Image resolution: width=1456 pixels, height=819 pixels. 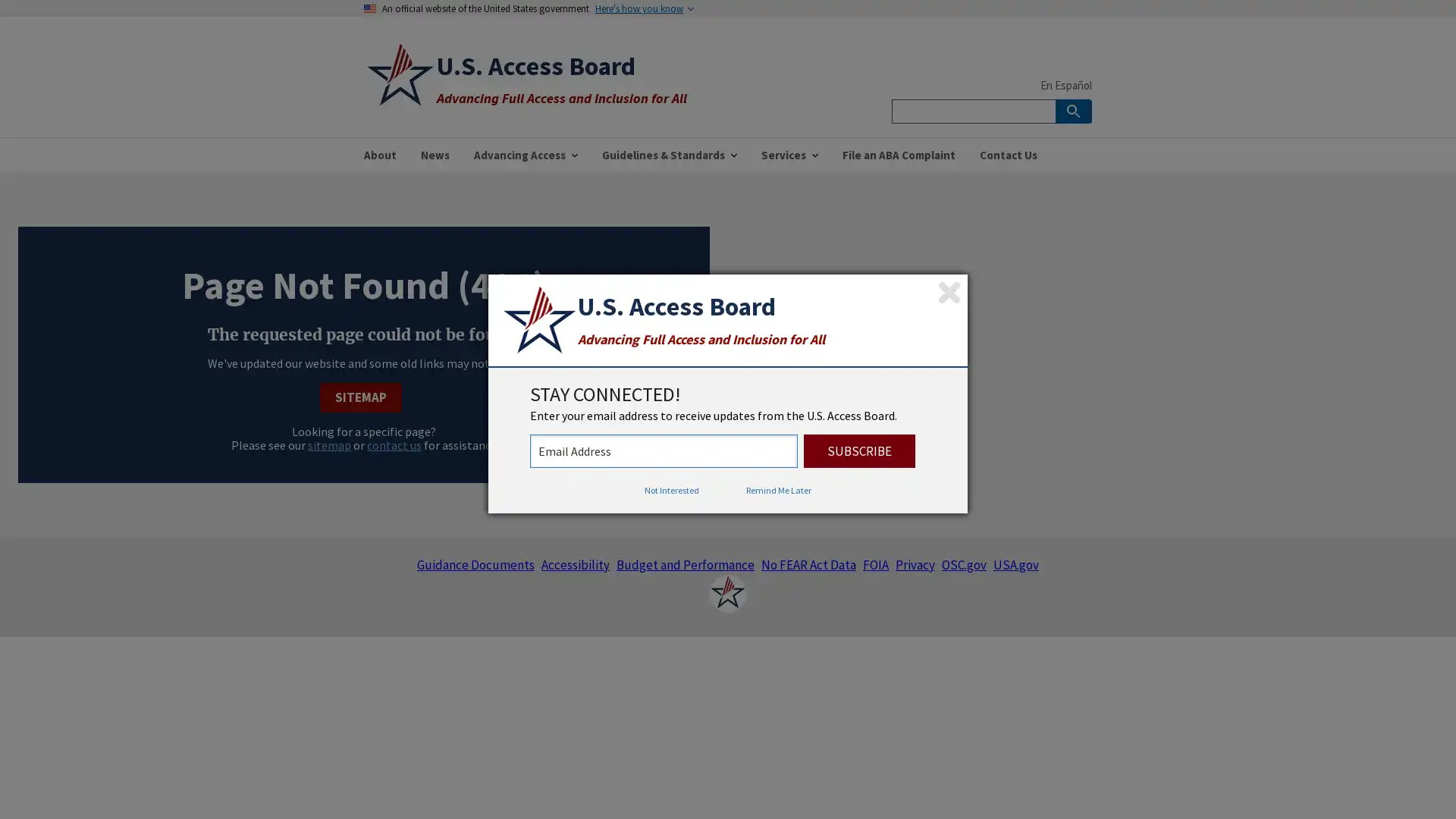 What do you see at coordinates (639, 8) in the screenshot?
I see `Here's how you know` at bounding box center [639, 8].